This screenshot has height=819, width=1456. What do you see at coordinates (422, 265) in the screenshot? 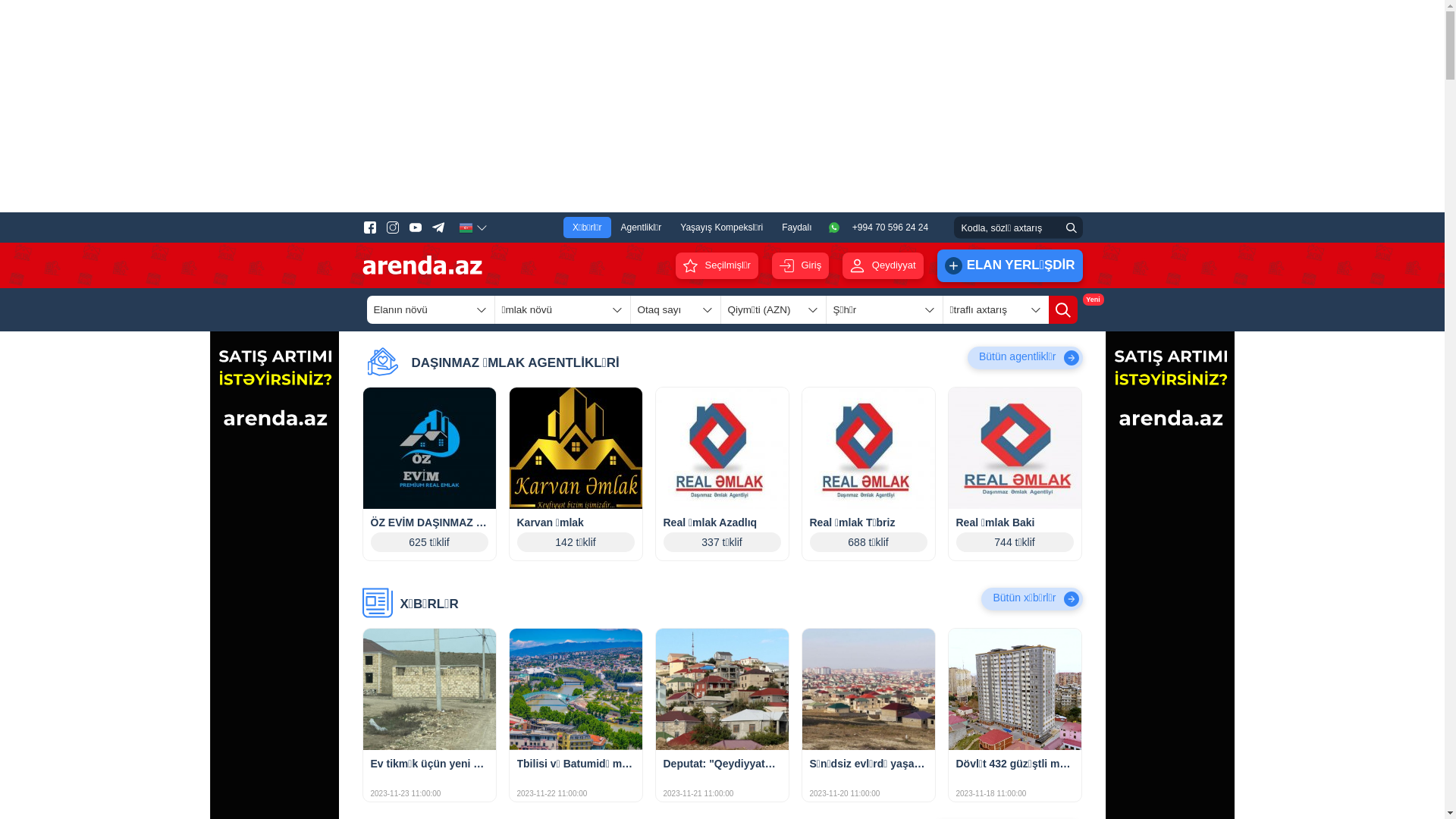
I see `'Arenda.az Kiraye evler ve Evlerin alqi-satqisi'` at bounding box center [422, 265].